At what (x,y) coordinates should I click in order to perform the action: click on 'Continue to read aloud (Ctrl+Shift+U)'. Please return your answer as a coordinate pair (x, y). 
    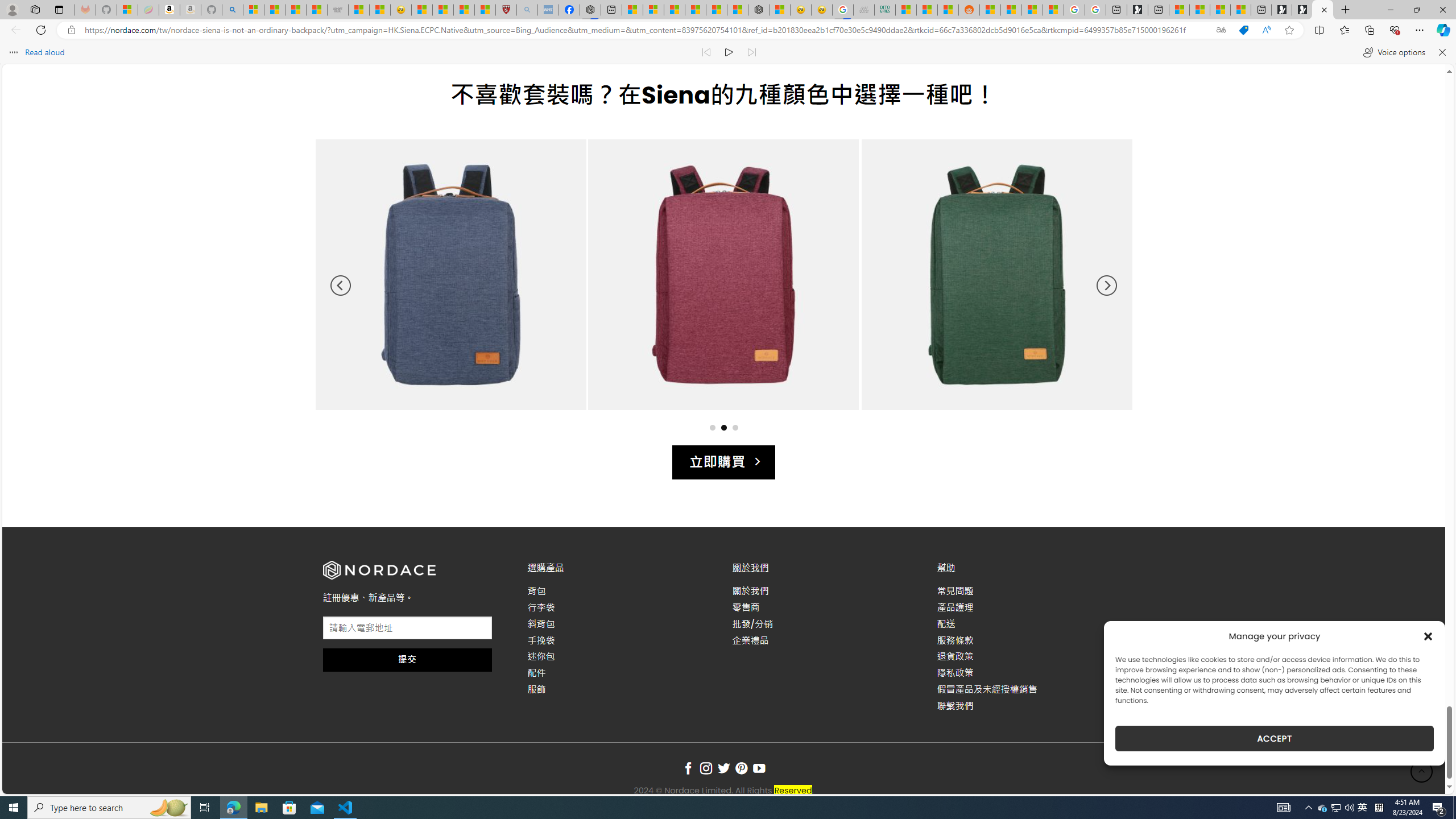
    Looking at the image, I should click on (729, 52).